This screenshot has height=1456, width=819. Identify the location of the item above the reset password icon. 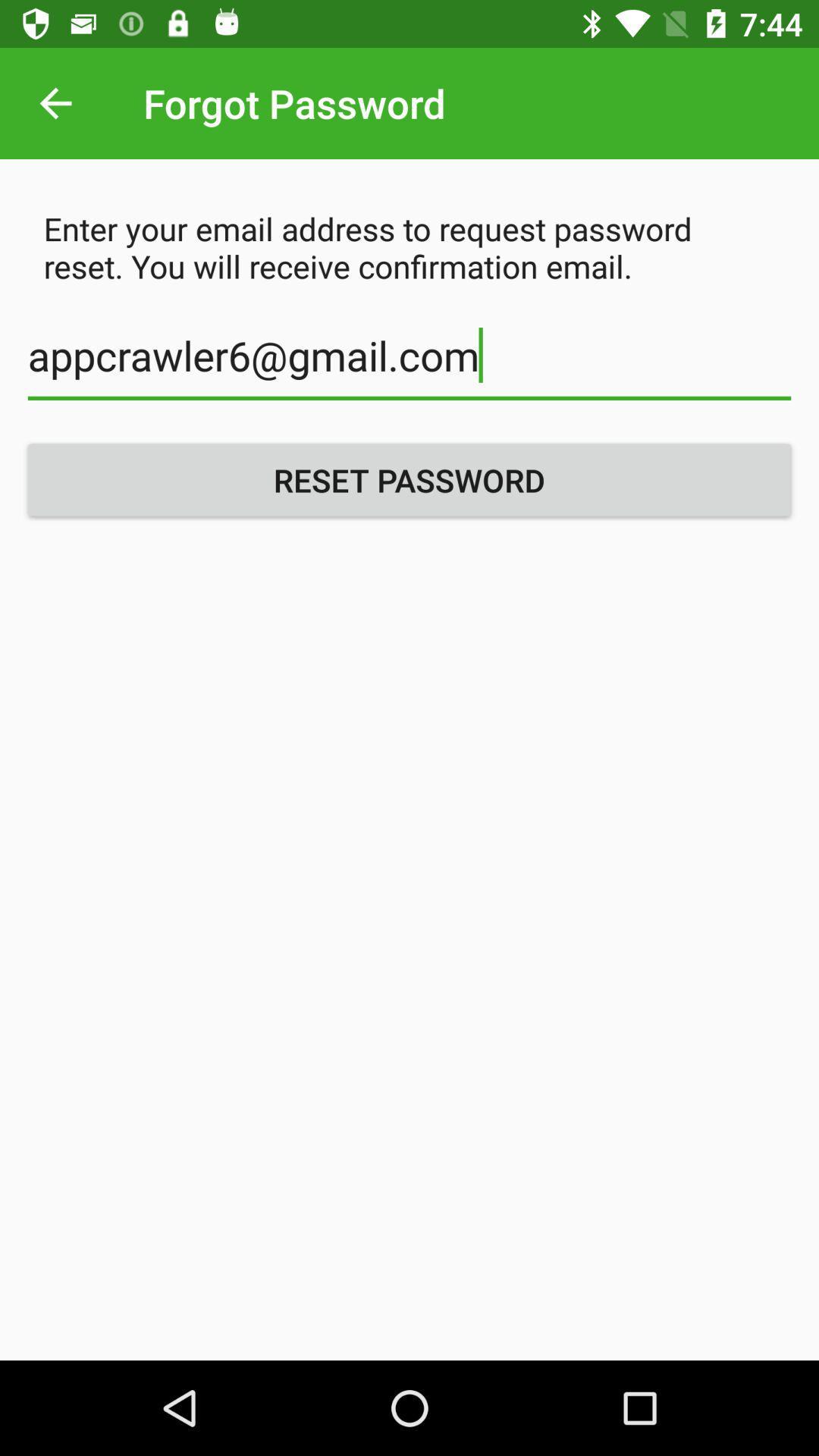
(409, 364).